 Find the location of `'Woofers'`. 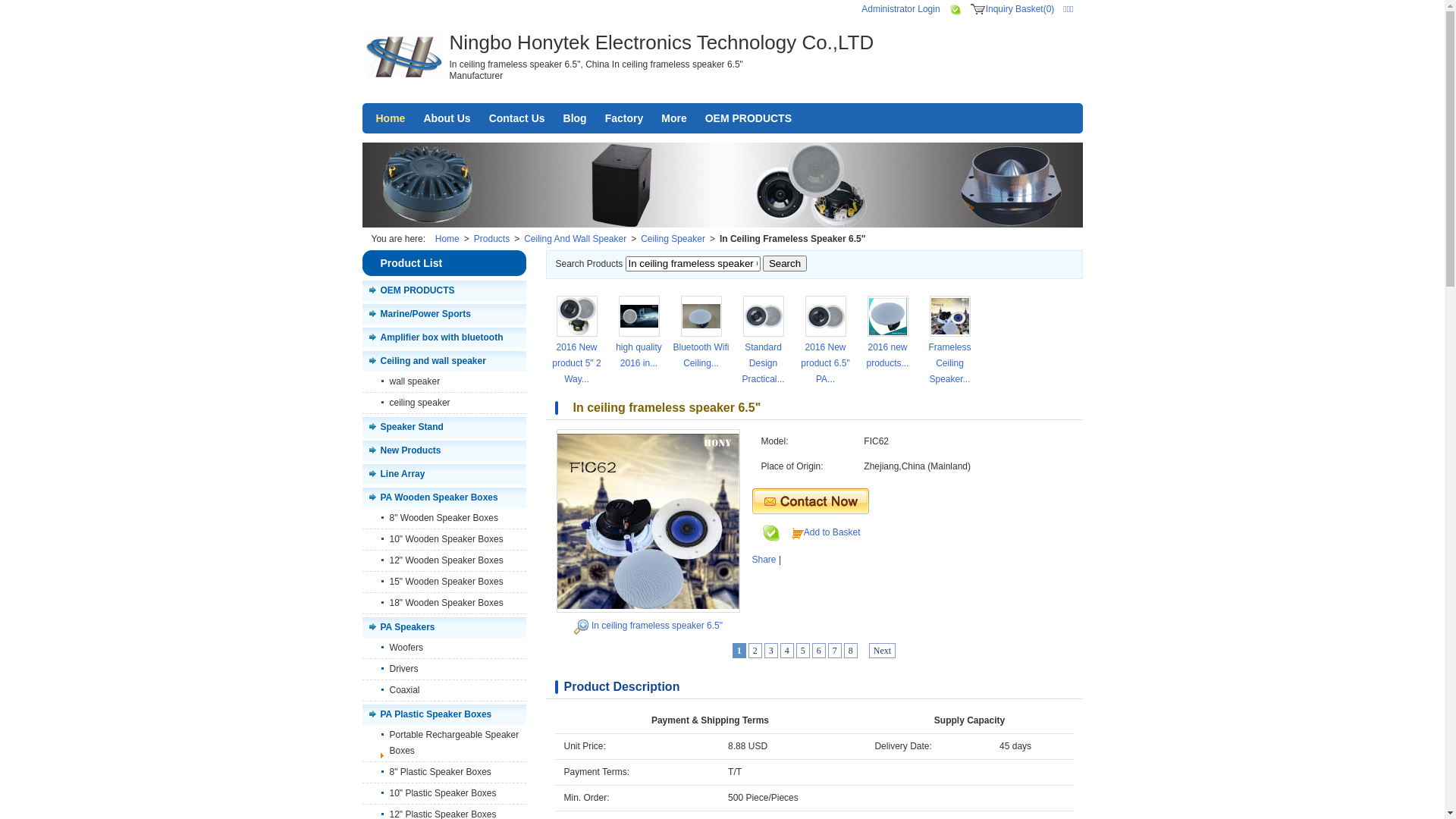

'Woofers' is located at coordinates (443, 648).